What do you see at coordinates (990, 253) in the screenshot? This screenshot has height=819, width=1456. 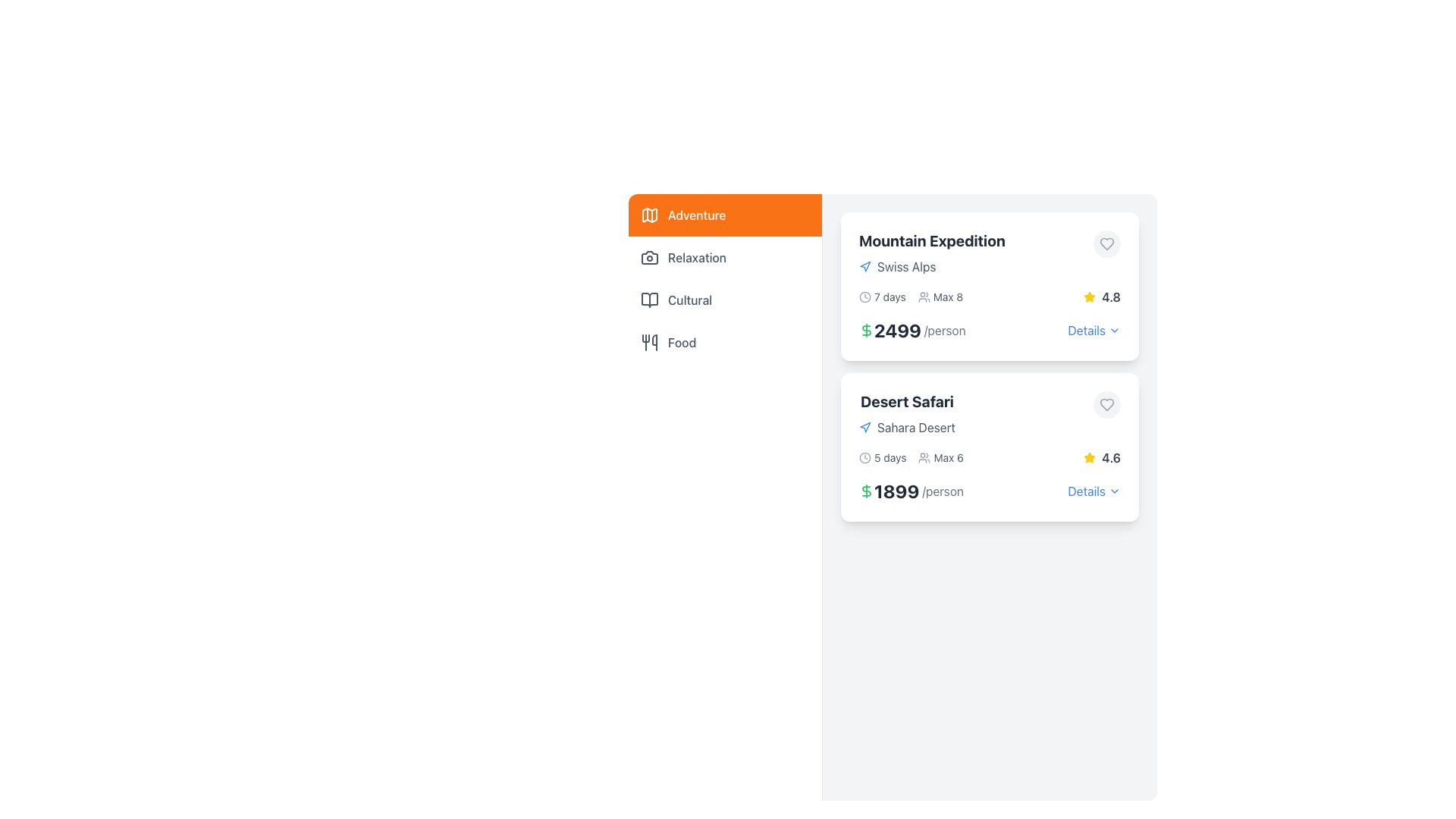 I see `the text information displayed in the card containing the heading 'Mountain Expedition' and the label 'Swiss Alps'` at bounding box center [990, 253].